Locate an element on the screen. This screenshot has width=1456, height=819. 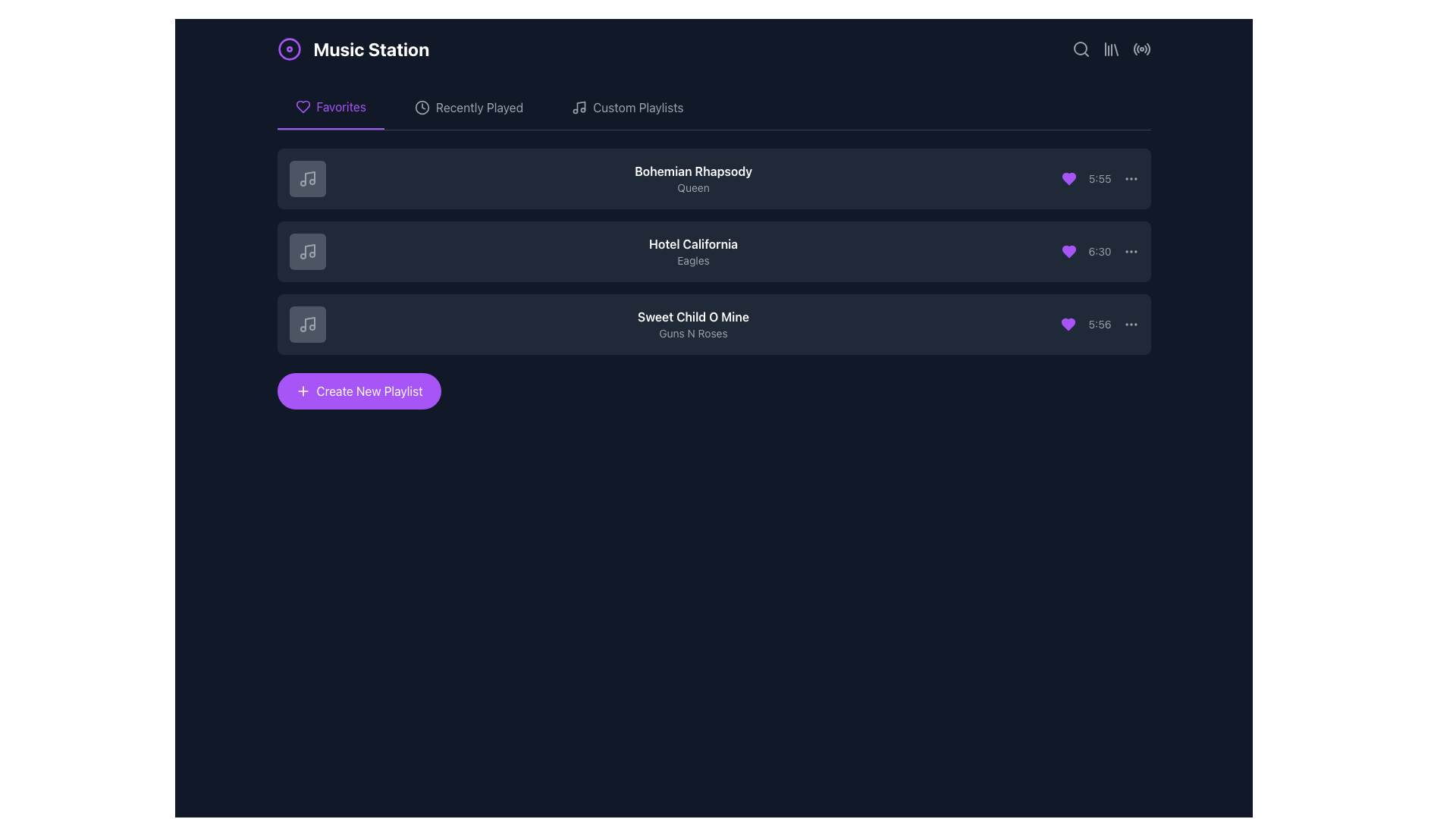
the outermost purple-bordered SVG circle located at the top-left corner of the interface is located at coordinates (289, 49).